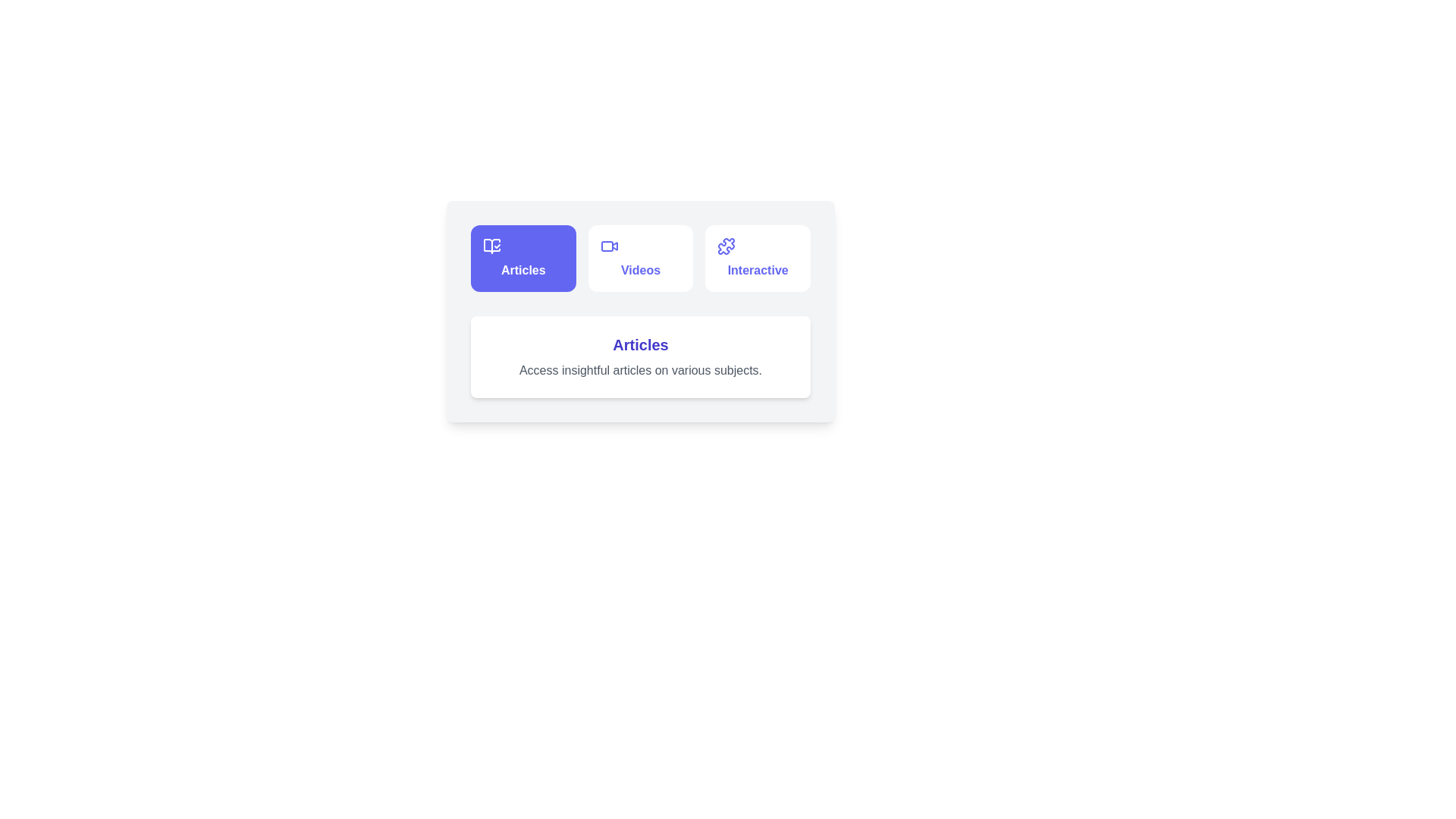 The width and height of the screenshot is (1456, 819). What do you see at coordinates (523, 257) in the screenshot?
I see `the Articles tab to view its content` at bounding box center [523, 257].